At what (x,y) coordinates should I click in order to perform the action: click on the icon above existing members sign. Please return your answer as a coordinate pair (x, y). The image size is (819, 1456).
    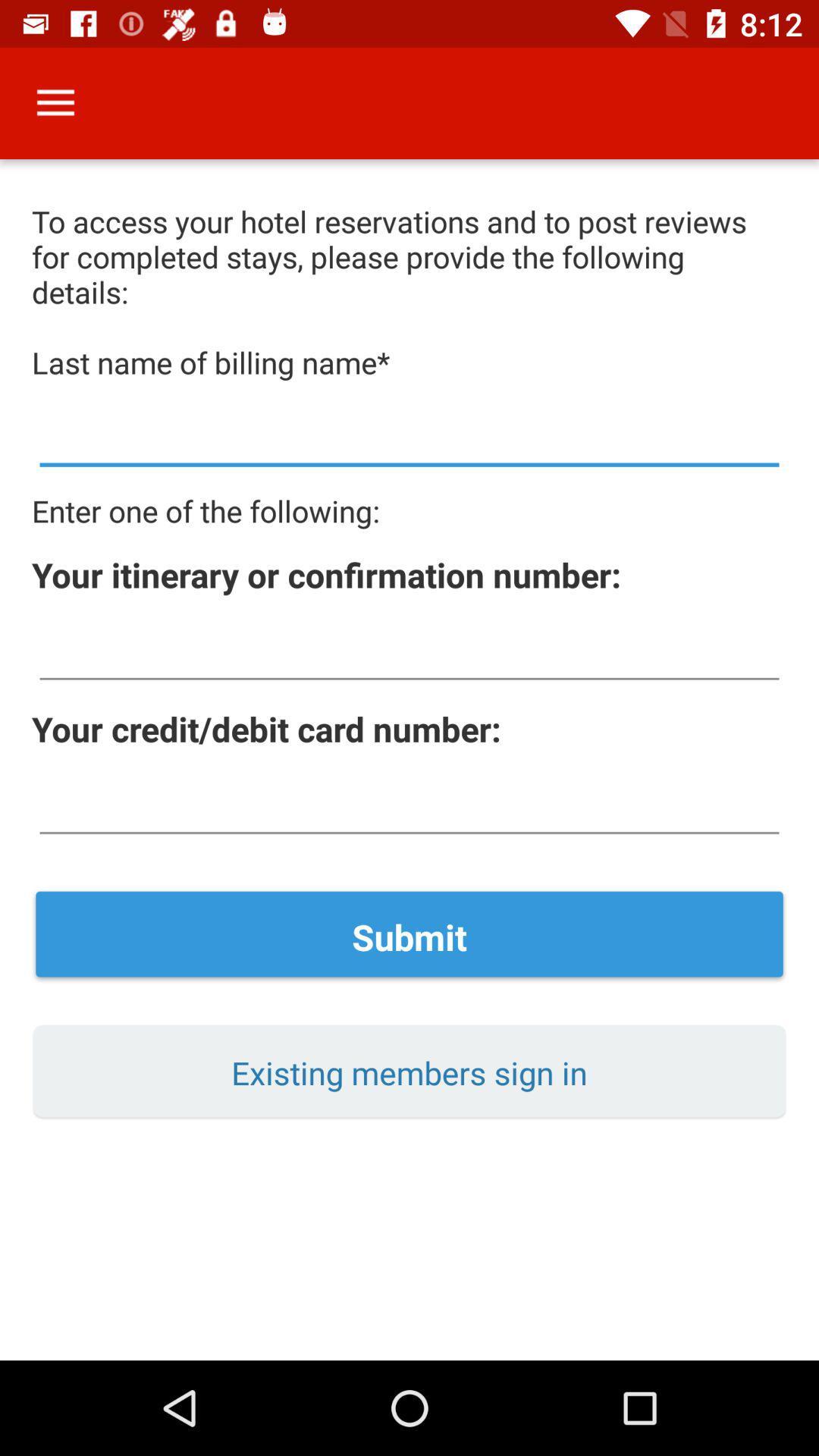
    Looking at the image, I should click on (409, 936).